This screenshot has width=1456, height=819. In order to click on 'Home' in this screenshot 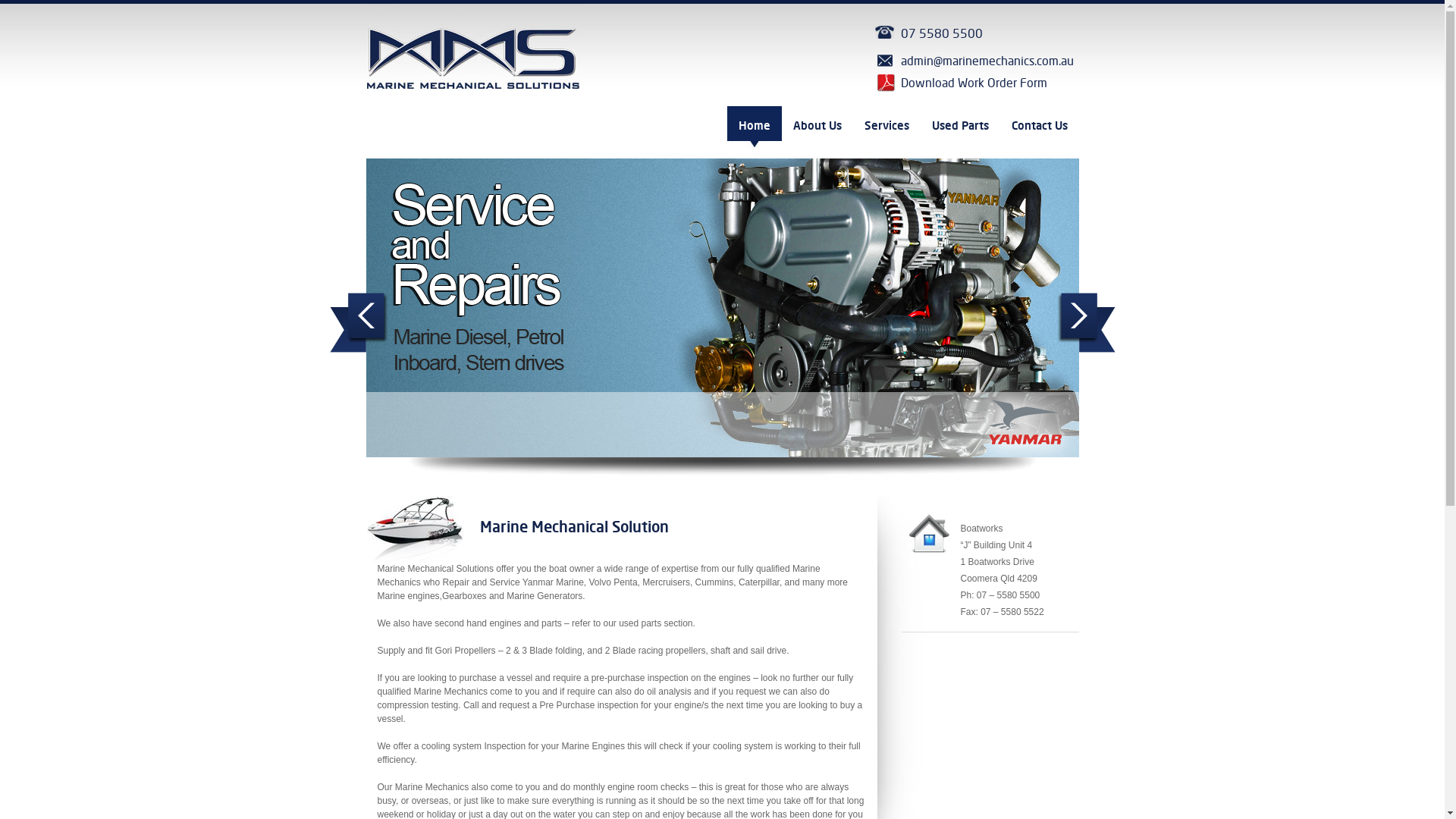, I will do `click(726, 125)`.